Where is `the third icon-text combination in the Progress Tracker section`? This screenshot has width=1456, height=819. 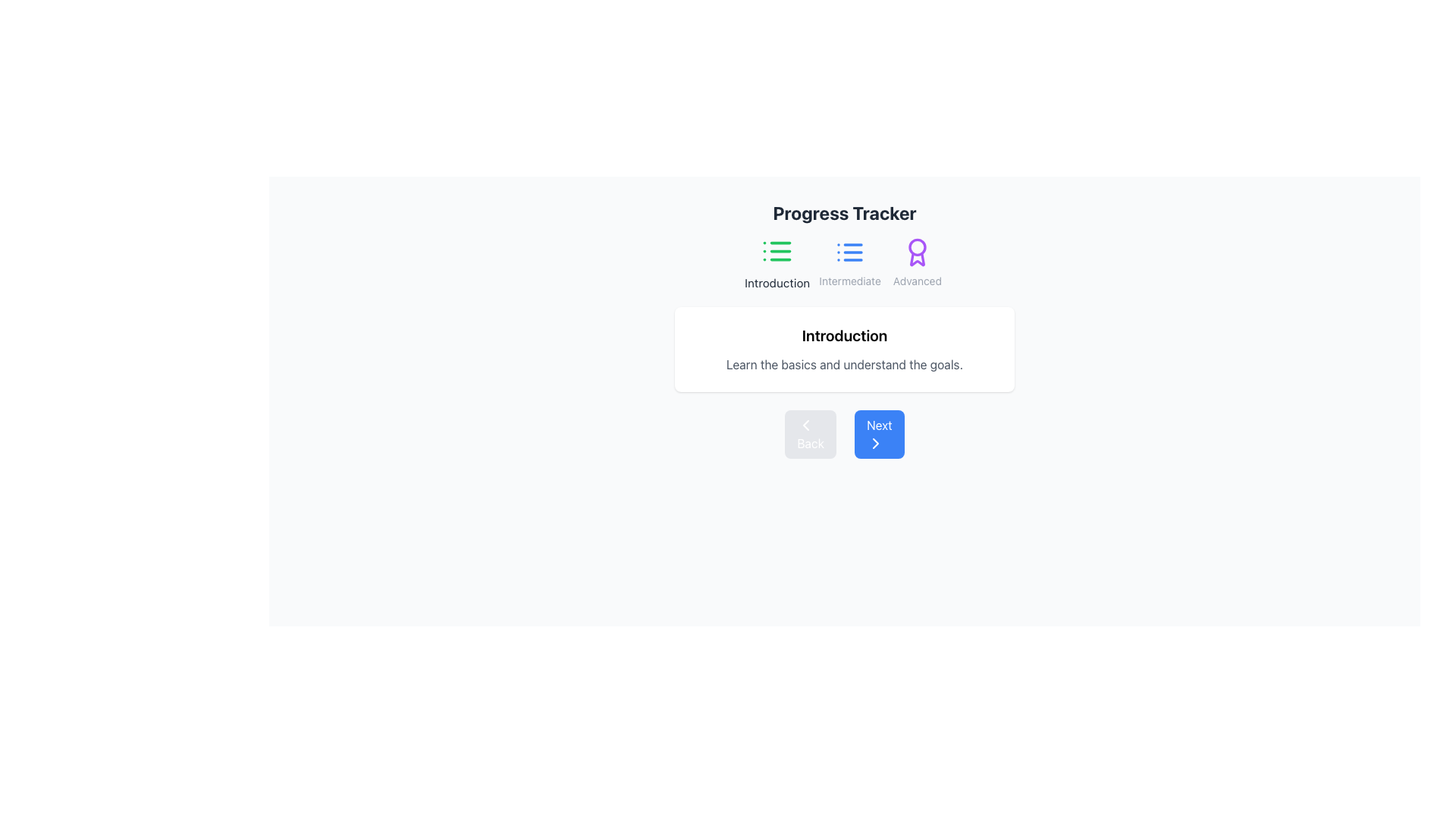 the third icon-text combination in the Progress Tracker section is located at coordinates (916, 262).